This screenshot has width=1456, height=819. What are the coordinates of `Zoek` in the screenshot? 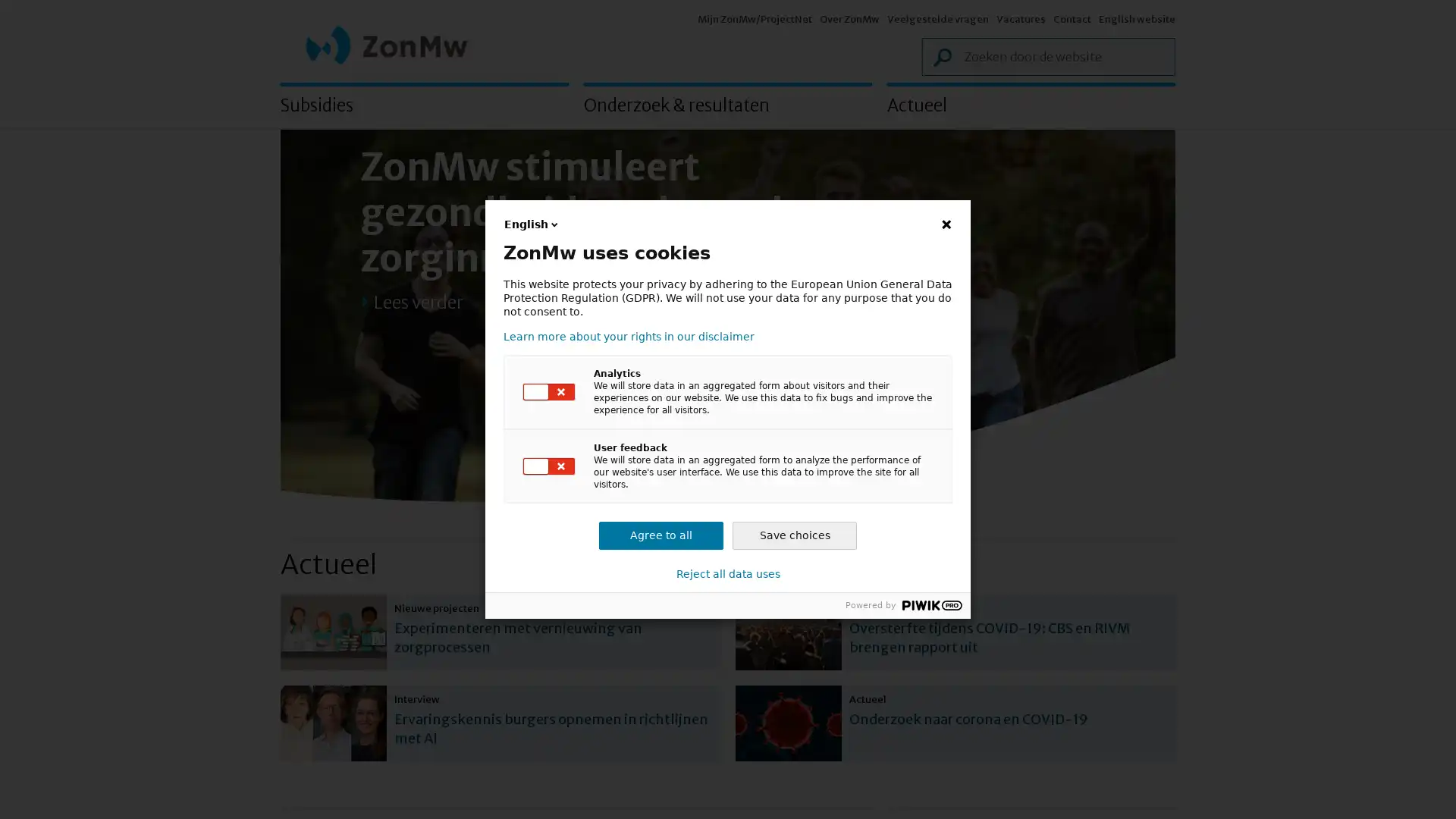 It's located at (1165, 57).